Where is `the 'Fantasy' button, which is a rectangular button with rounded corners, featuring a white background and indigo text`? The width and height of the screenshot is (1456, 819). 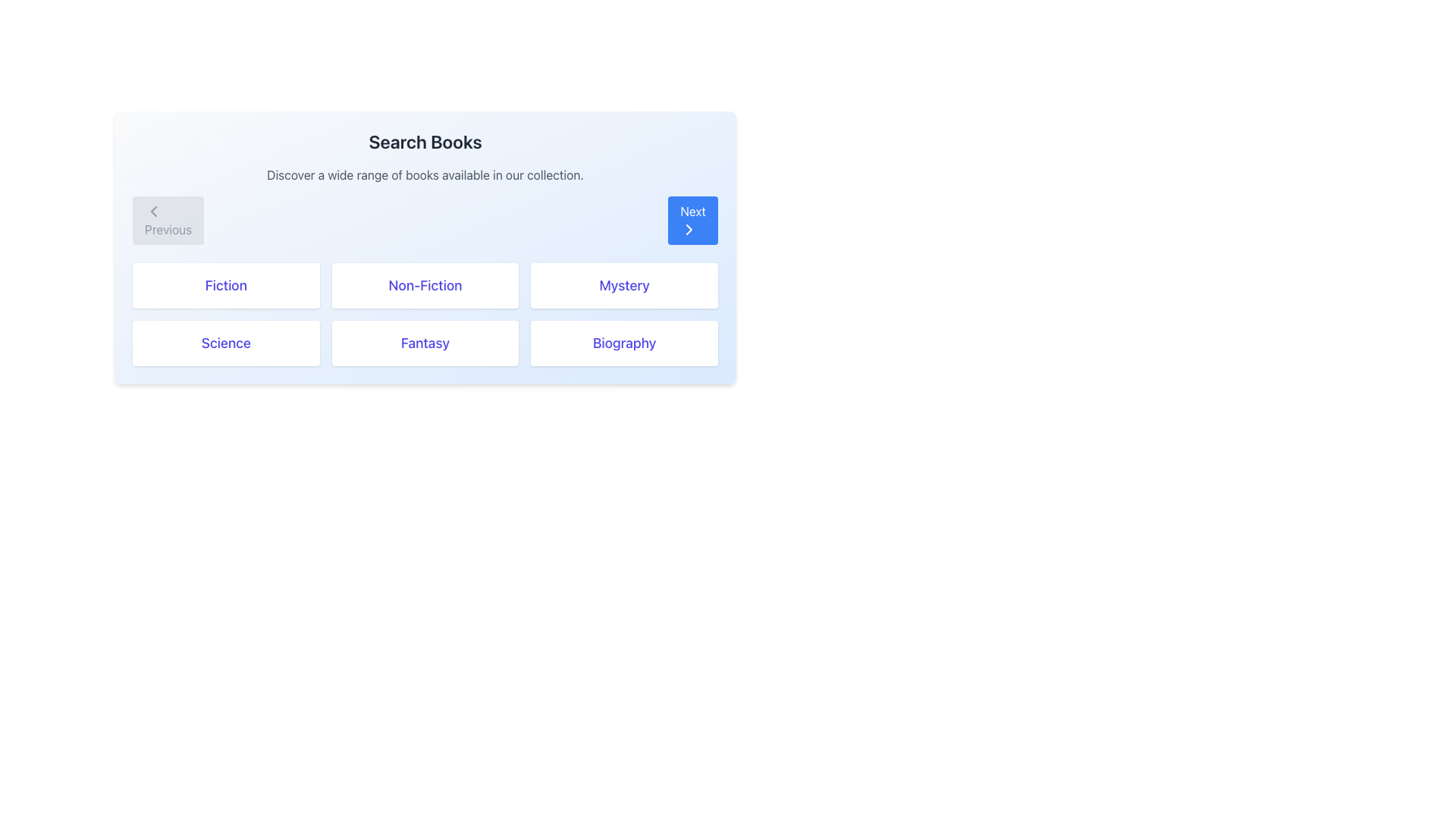 the 'Fantasy' button, which is a rectangular button with rounded corners, featuring a white background and indigo text is located at coordinates (425, 343).